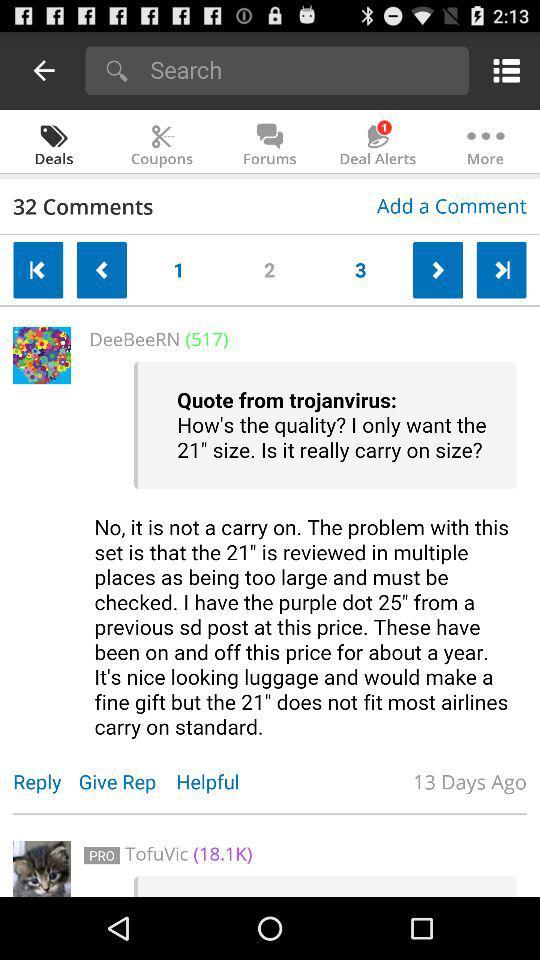 The image size is (540, 960). What do you see at coordinates (44, 70) in the screenshot?
I see `previous page` at bounding box center [44, 70].